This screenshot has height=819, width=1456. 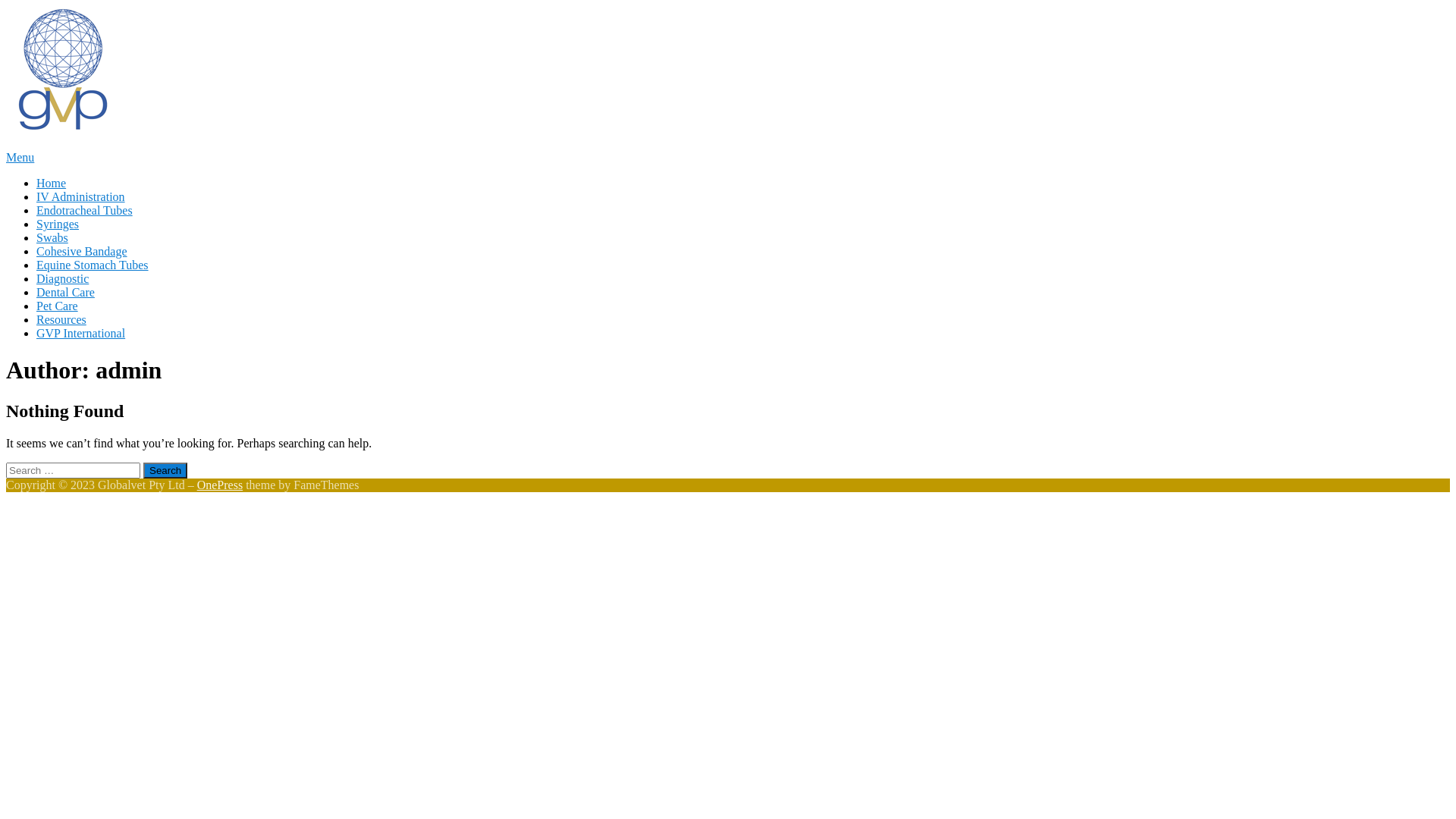 I want to click on 'Menu', so click(x=6, y=157).